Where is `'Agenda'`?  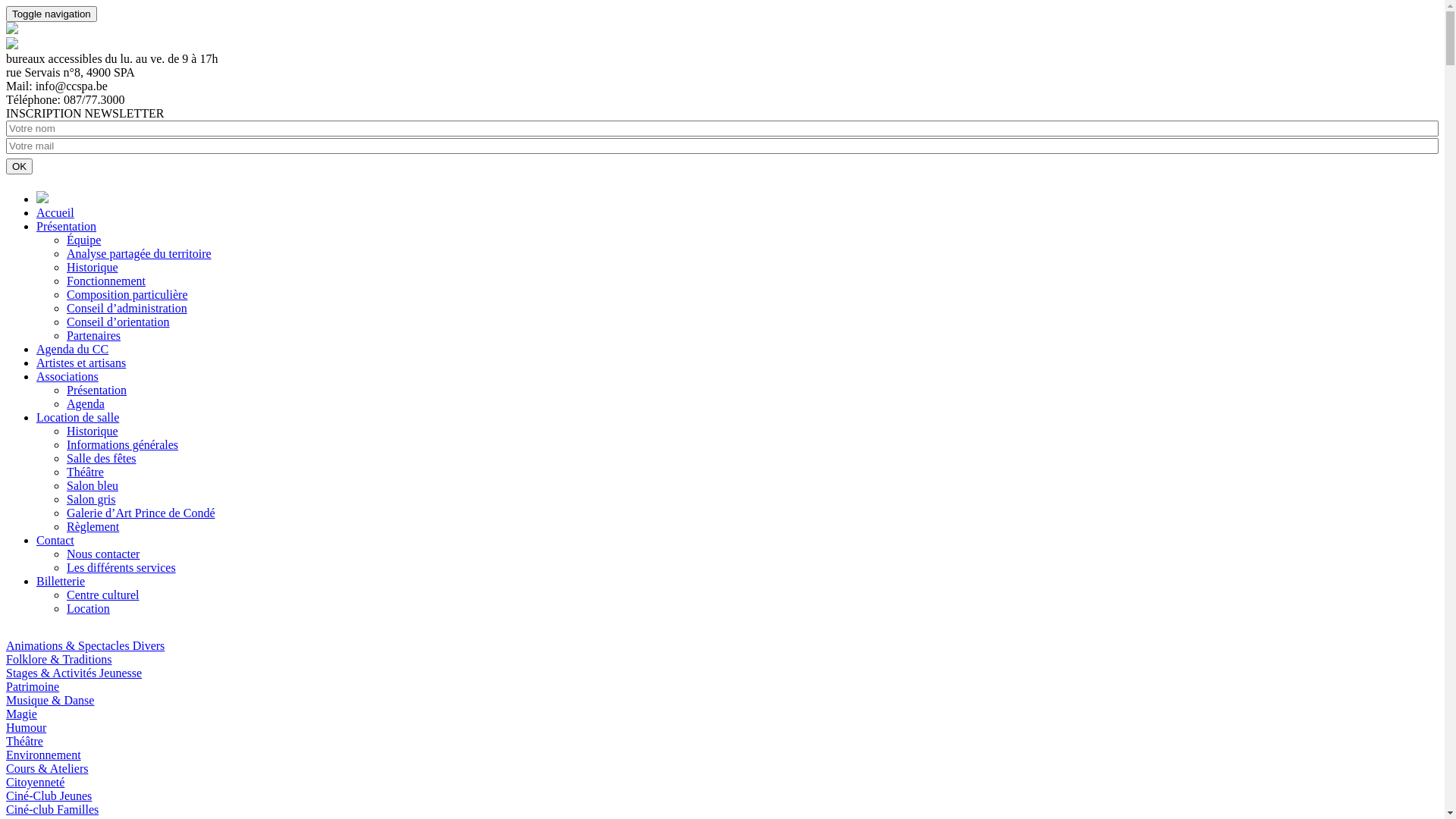
'Agenda' is located at coordinates (85, 403).